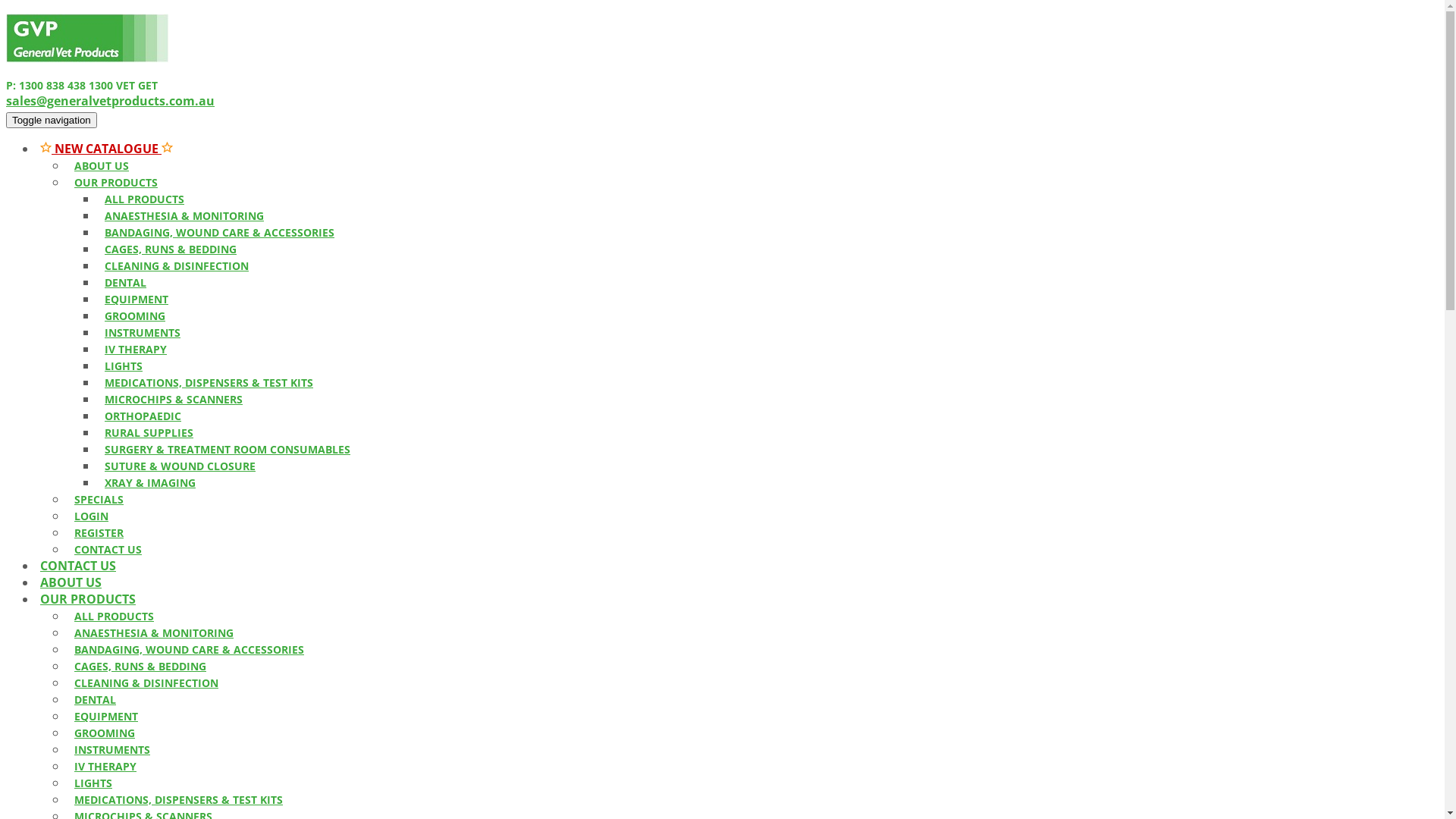 This screenshot has width=1456, height=819. Describe the element at coordinates (143, 416) in the screenshot. I see `'ORTHOPAEDIC'` at that location.